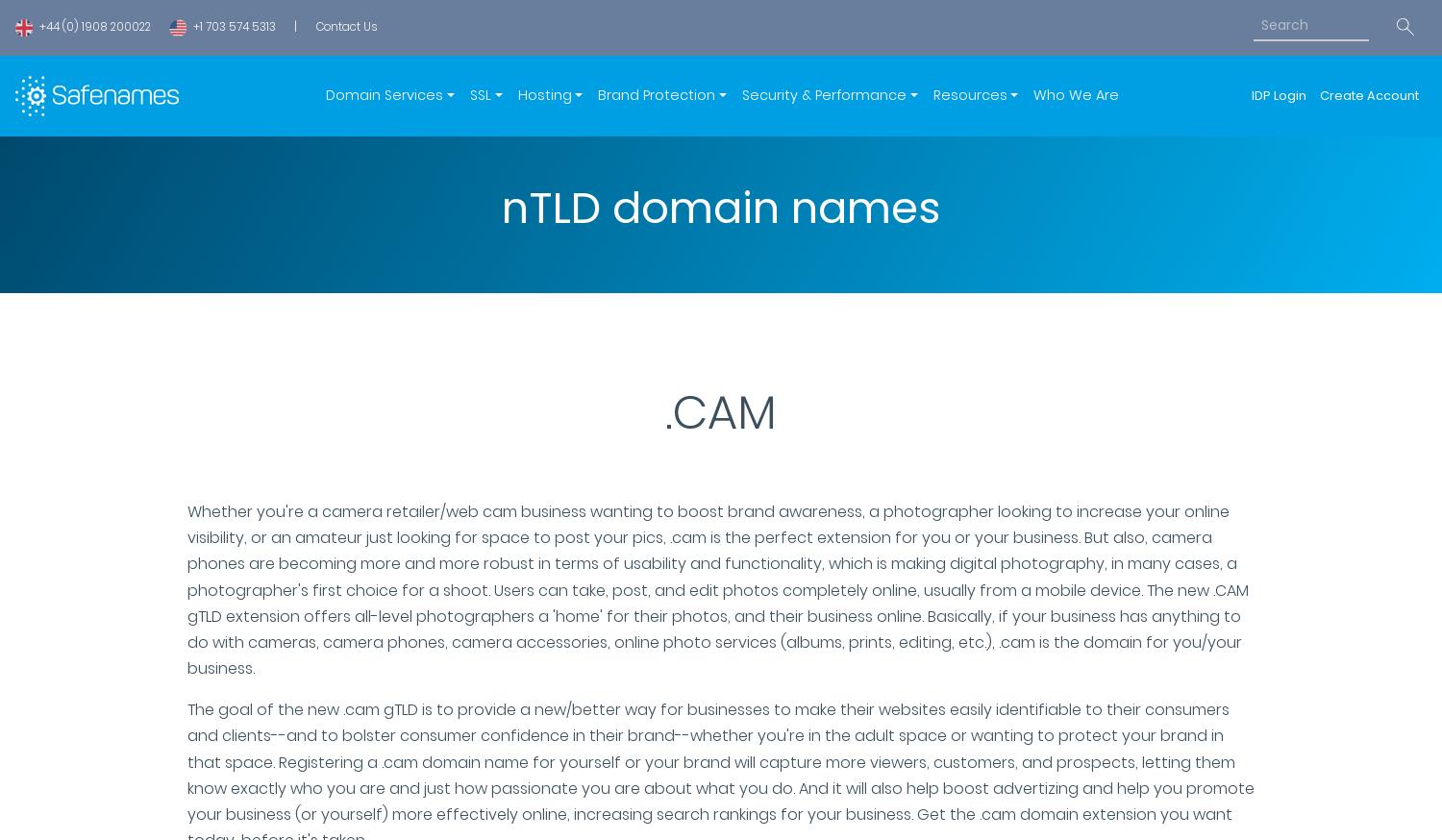 This screenshot has width=1442, height=840. I want to click on '.CAM', so click(663, 411).